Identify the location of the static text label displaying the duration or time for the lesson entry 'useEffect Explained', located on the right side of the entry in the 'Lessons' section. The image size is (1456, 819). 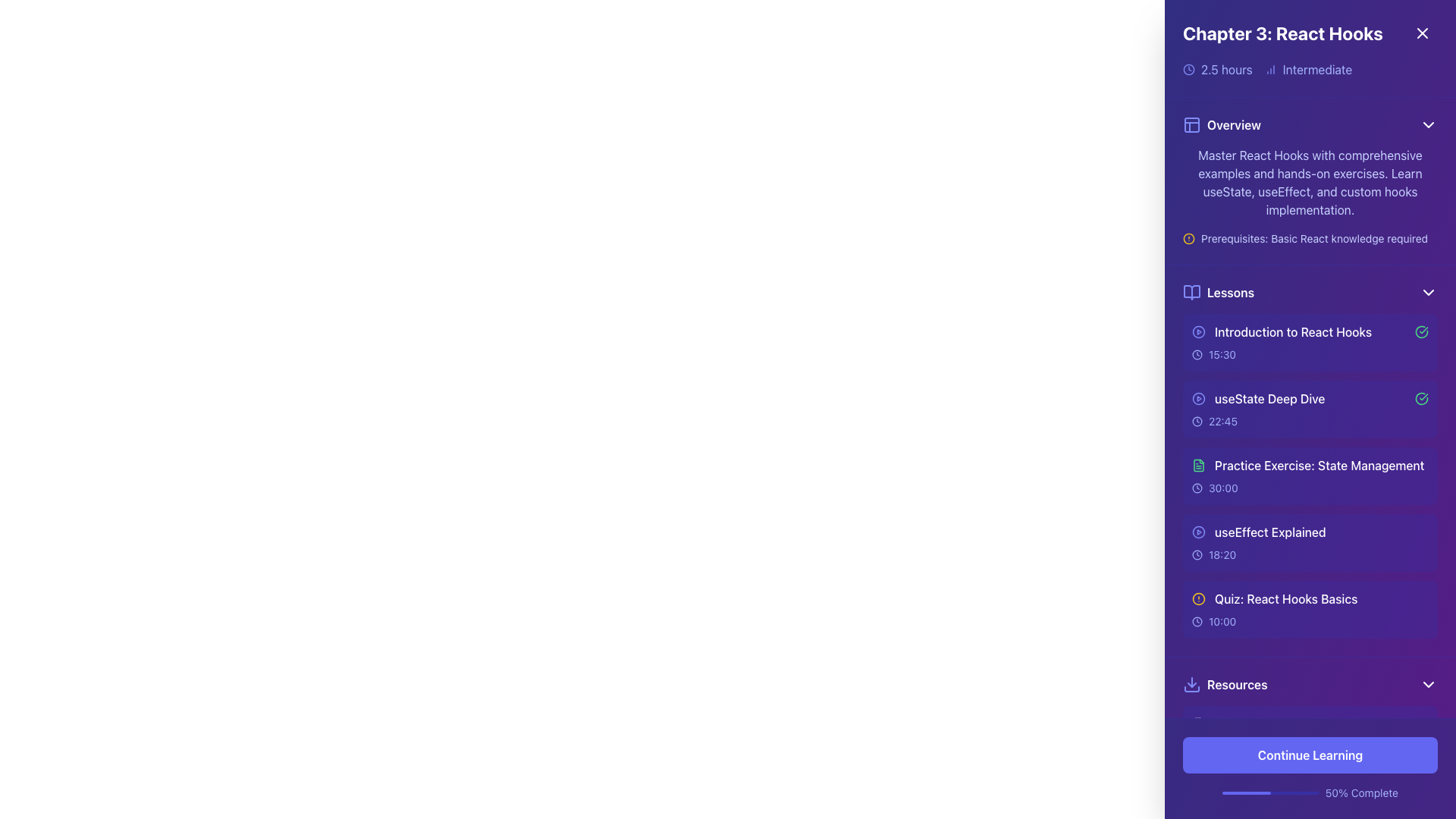
(1222, 555).